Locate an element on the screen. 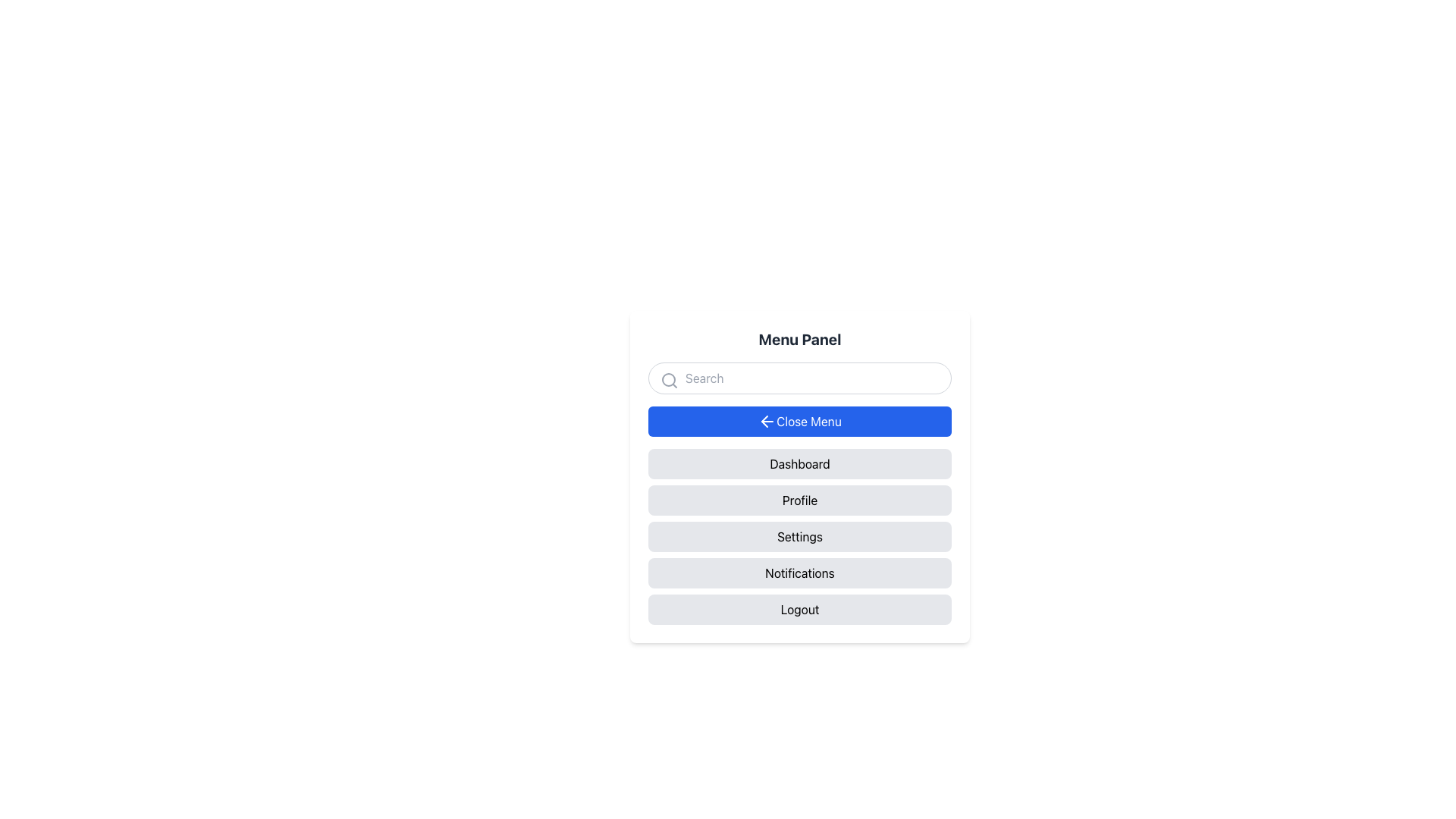 This screenshot has width=1456, height=819. the 'Notifications' button located in the vertical navigation menu, which is the fourth item from the top is located at coordinates (799, 573).